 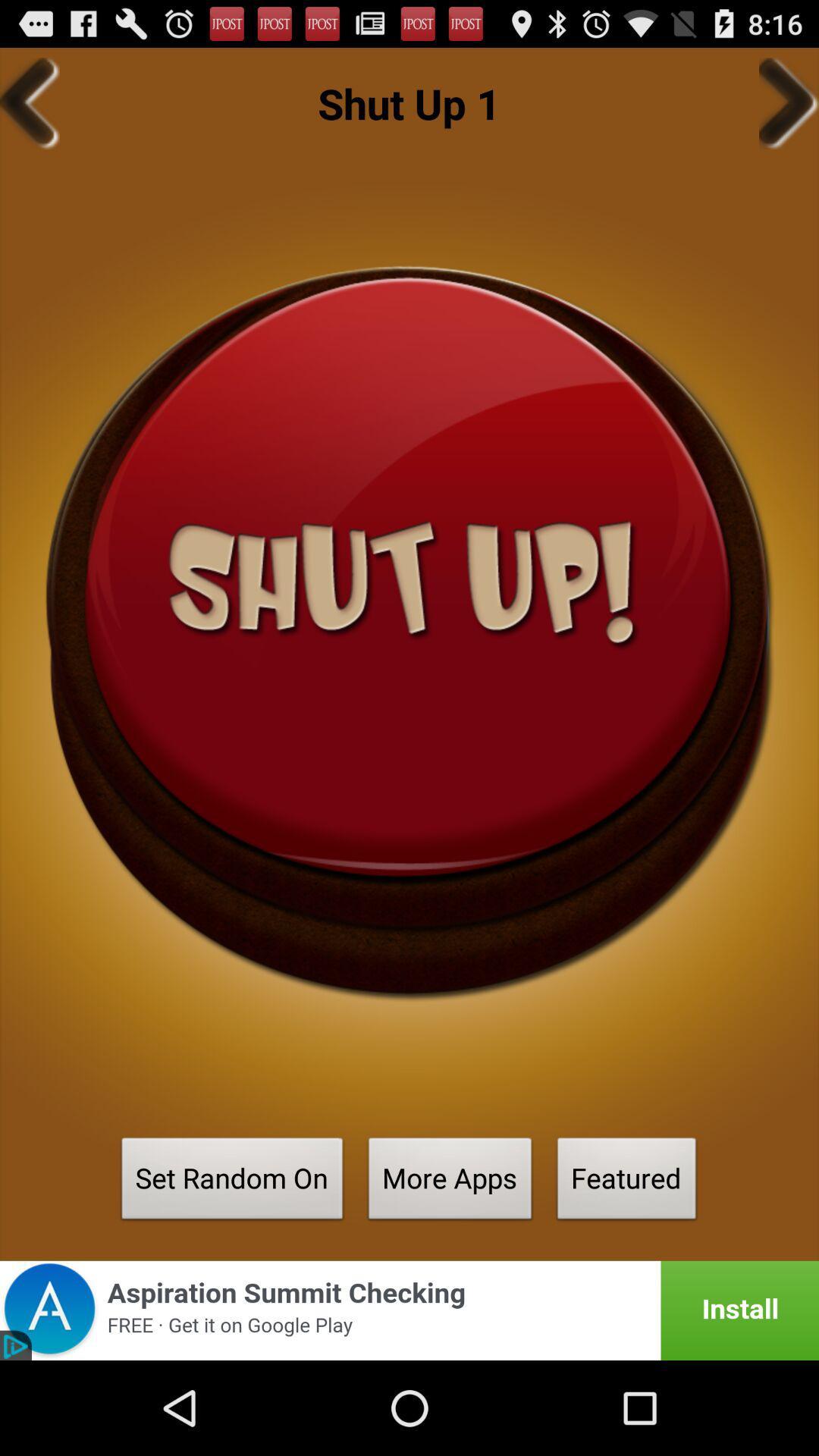 I want to click on go back, so click(x=30, y=102).